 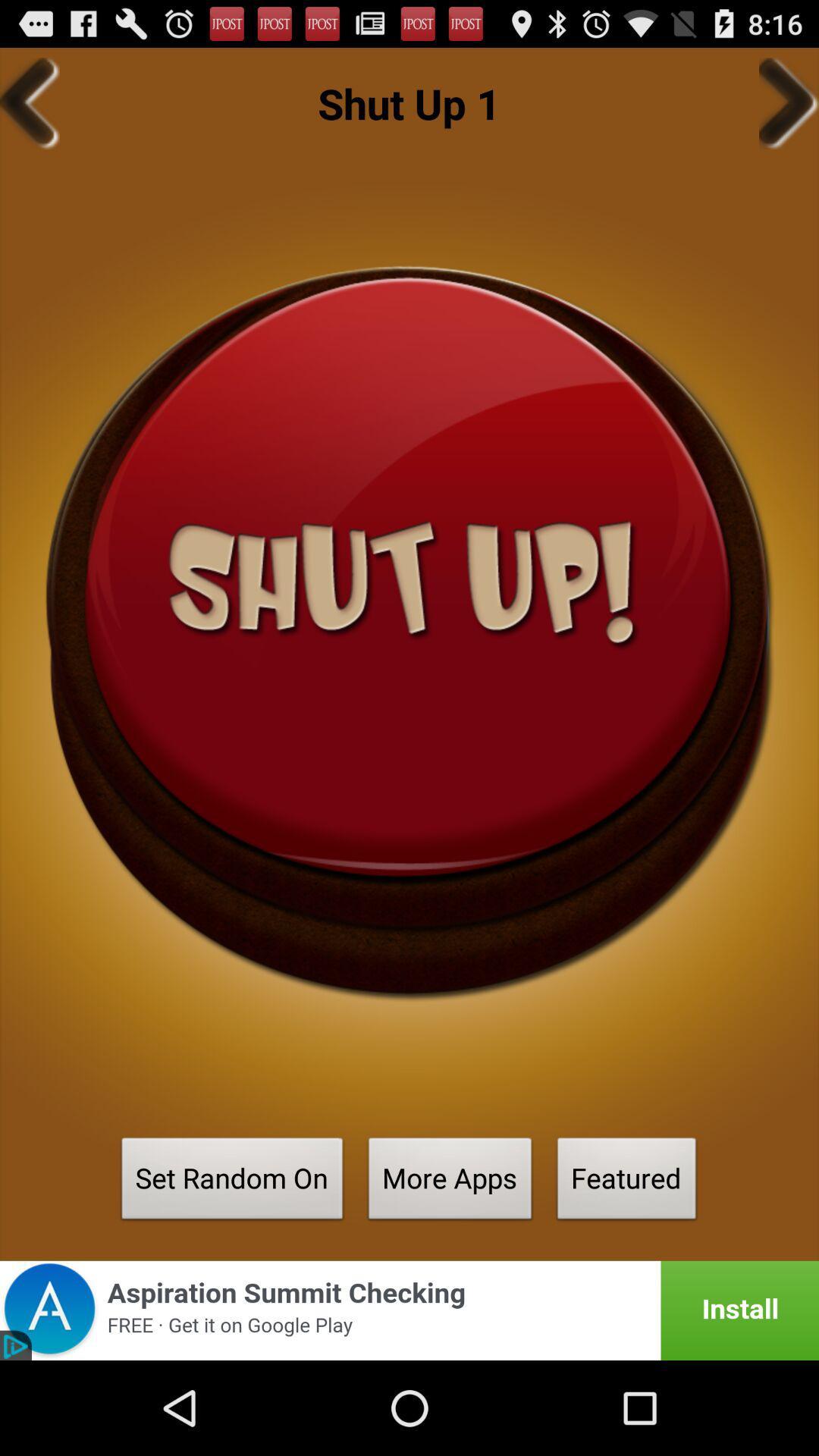 I want to click on go back, so click(x=30, y=102).